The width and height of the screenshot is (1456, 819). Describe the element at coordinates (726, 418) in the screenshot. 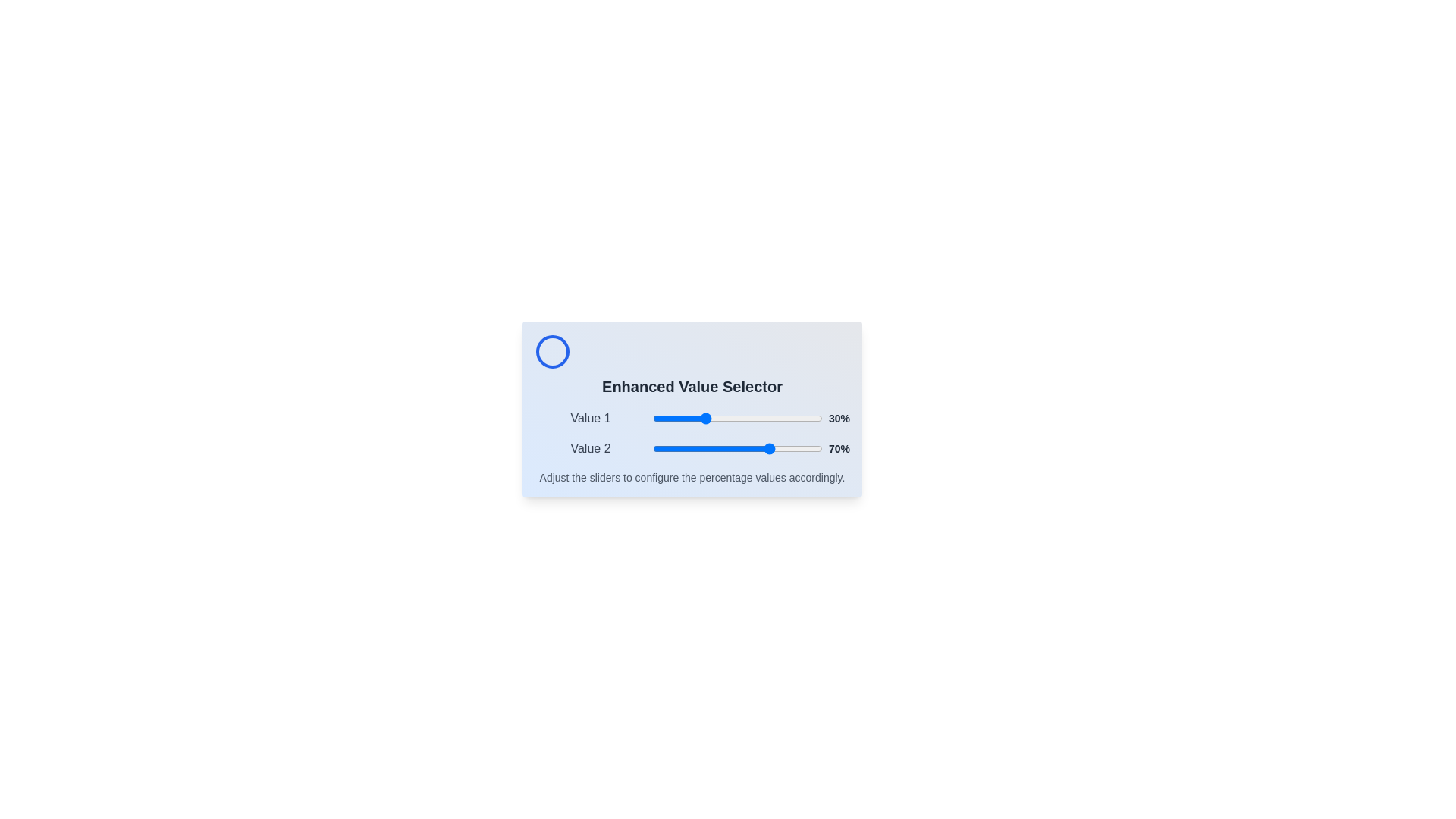

I see `the slider for Value 1 to 44%` at that location.